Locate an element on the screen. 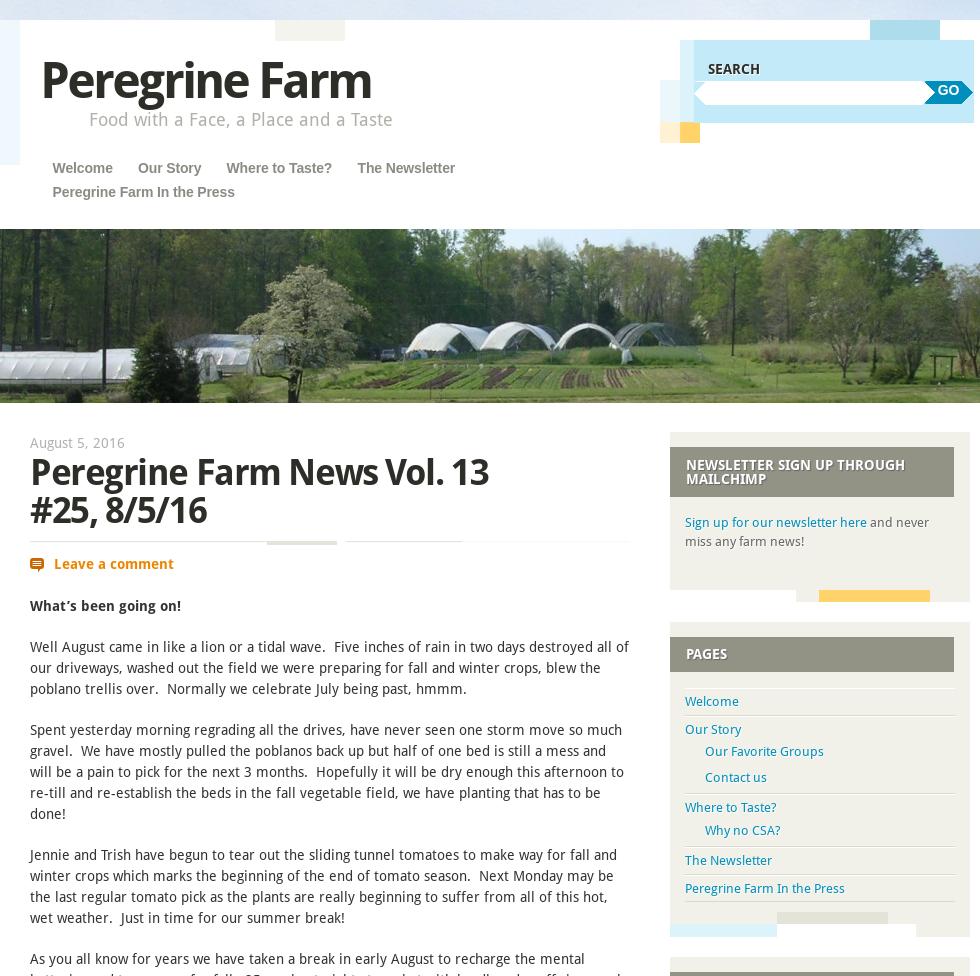 Image resolution: width=980 pixels, height=976 pixels. 'Spent yesterday morning regrading all the drives, have never seen one storm move so much gravel.  We have mostly pulled the poblanos back up but half of one bed is still a mess and will be a pain to pick for the next 3 months.  Hopefully it will be dry enough this afternoon to re-till and re-establish the beds in the fall vegetable field, we have planting that has to be done!' is located at coordinates (327, 771).